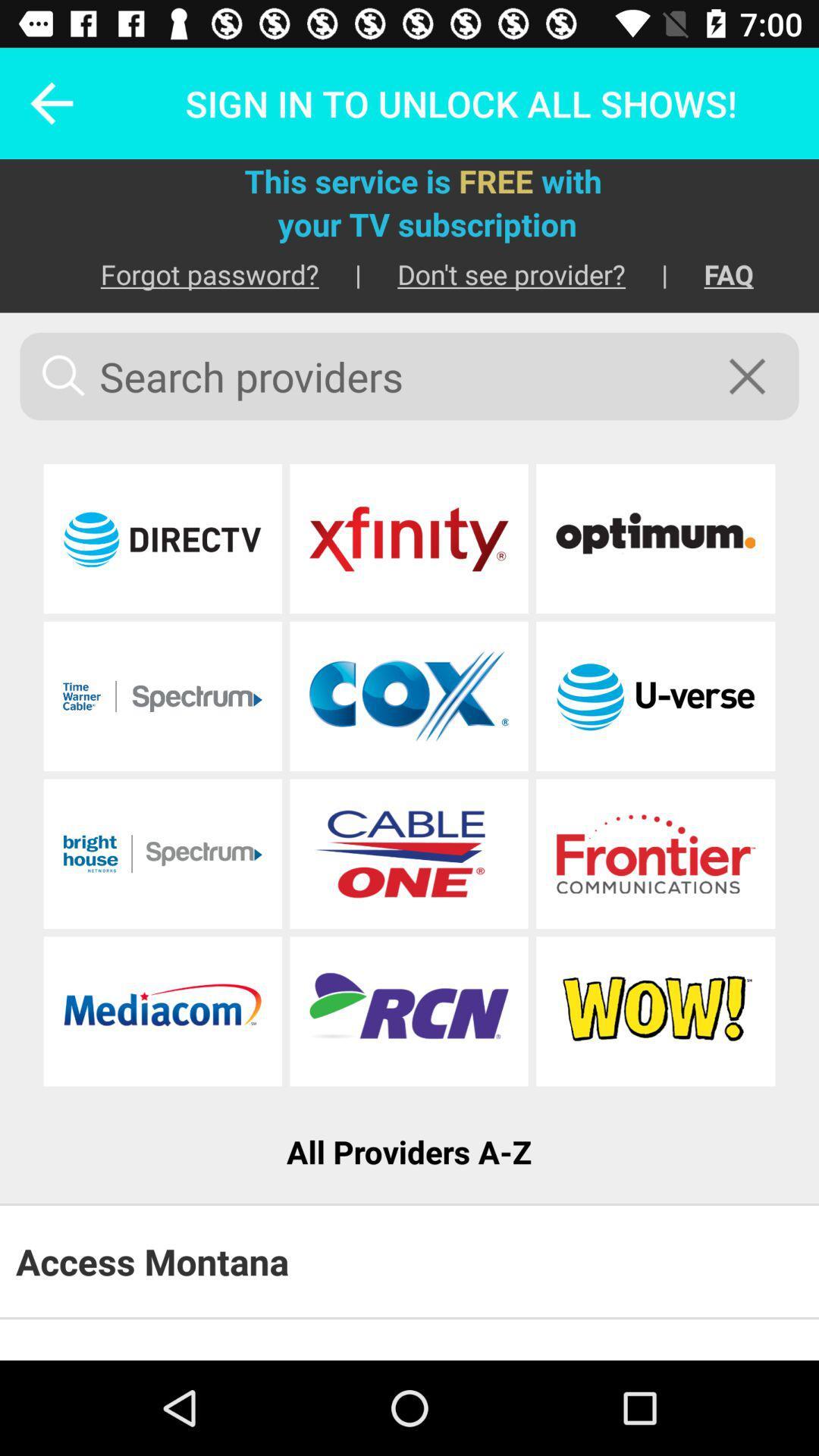 The width and height of the screenshot is (819, 1456). What do you see at coordinates (711, 274) in the screenshot?
I see `the item below the your tv subscription icon` at bounding box center [711, 274].